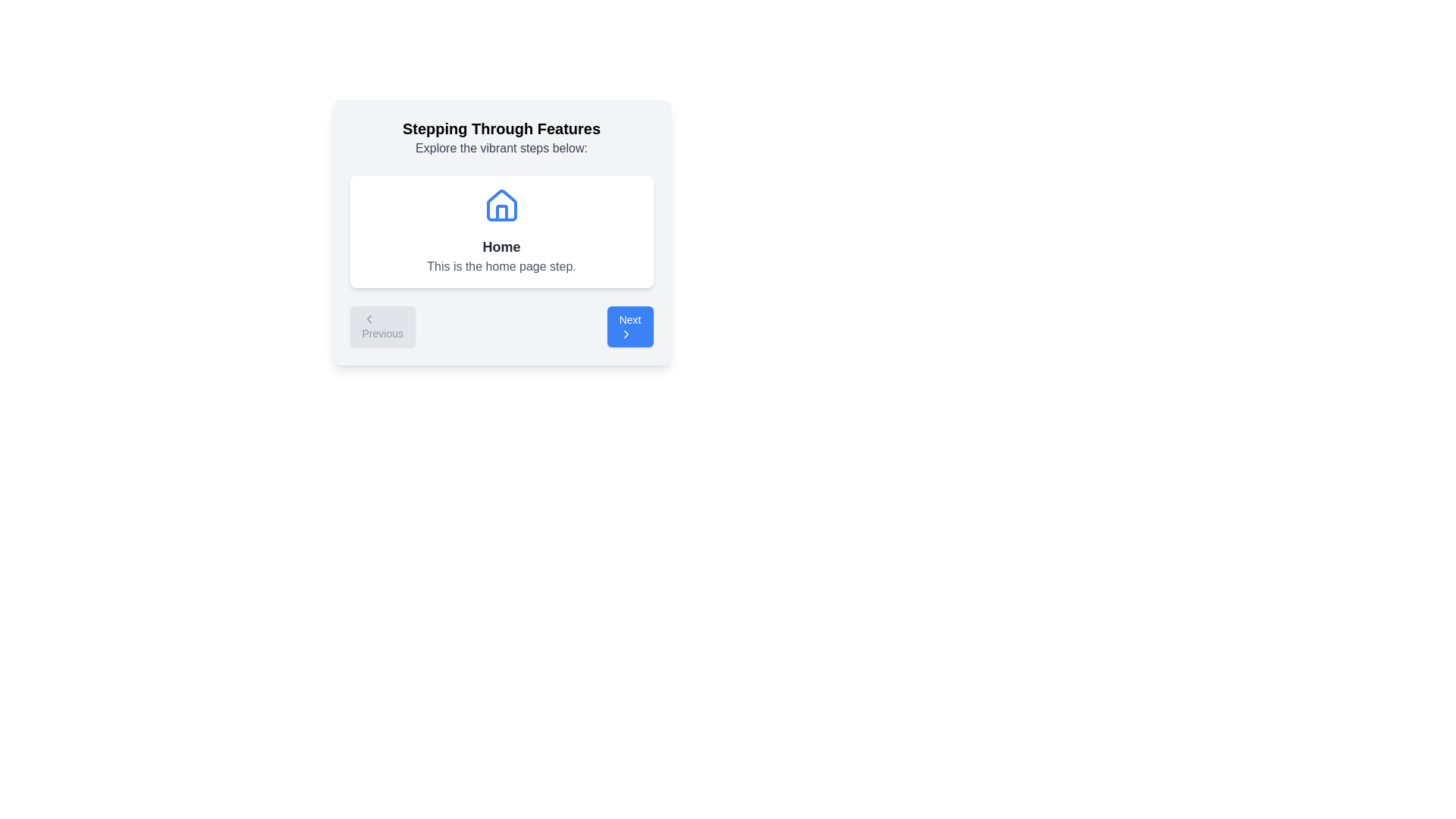  Describe the element at coordinates (501, 137) in the screenshot. I see `the Header with subheader text element located at the top section of the card component, which is centrally positioned above the graphic and description labeled 'Home'` at that location.